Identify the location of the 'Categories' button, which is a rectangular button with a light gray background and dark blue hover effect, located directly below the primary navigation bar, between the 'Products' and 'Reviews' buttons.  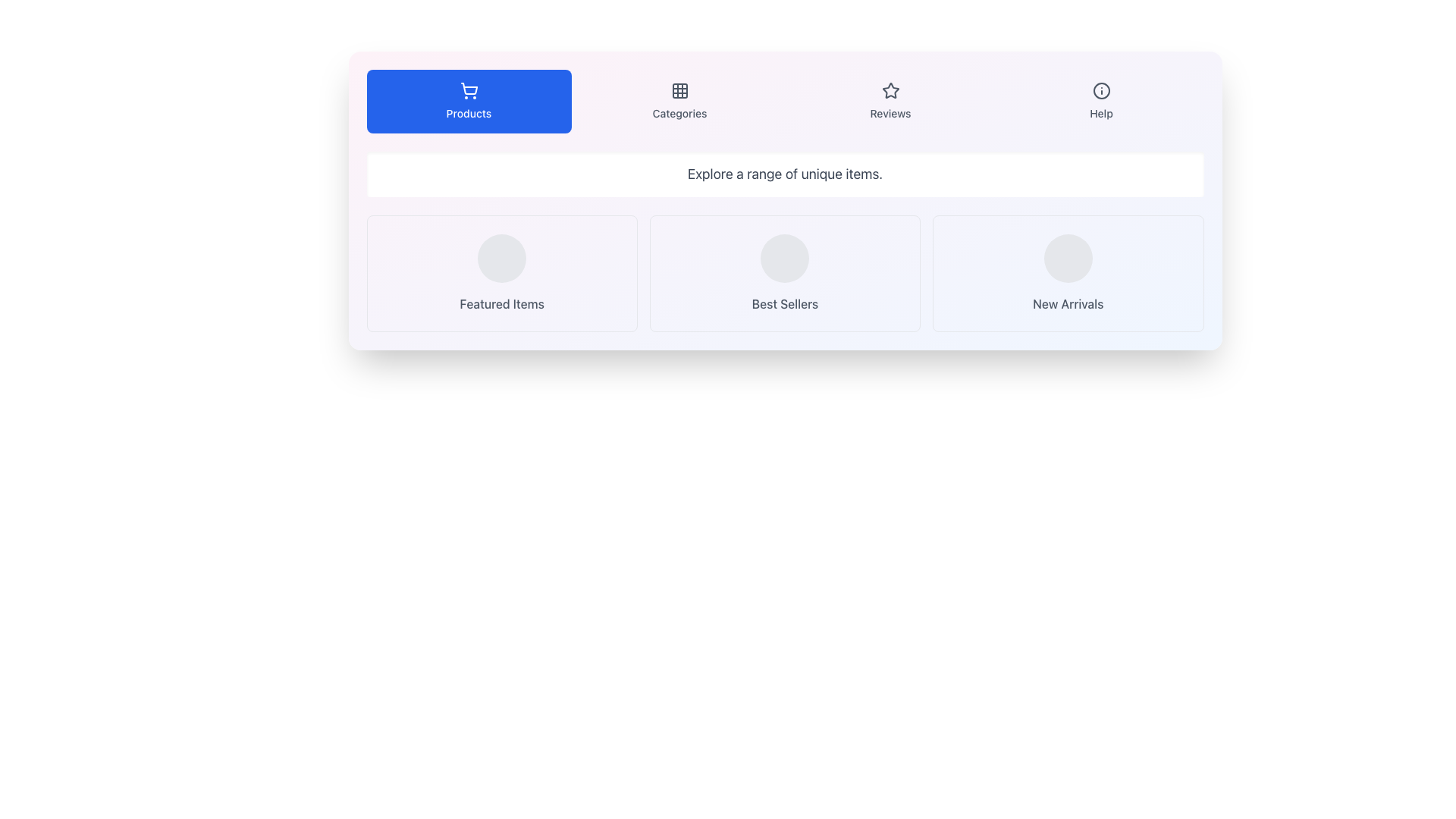
(679, 102).